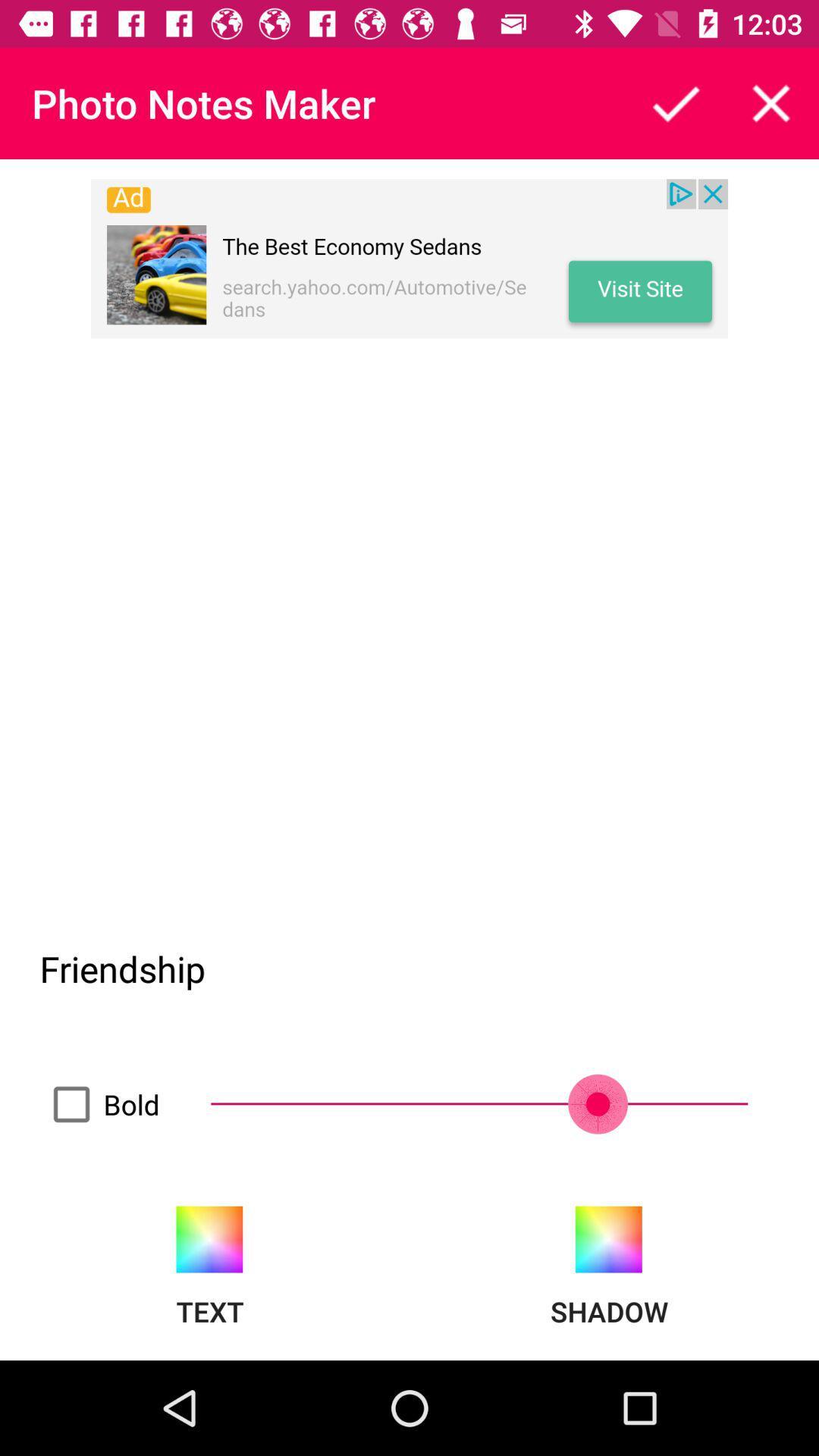 The height and width of the screenshot is (1456, 819). Describe the element at coordinates (675, 102) in the screenshot. I see `the app` at that location.